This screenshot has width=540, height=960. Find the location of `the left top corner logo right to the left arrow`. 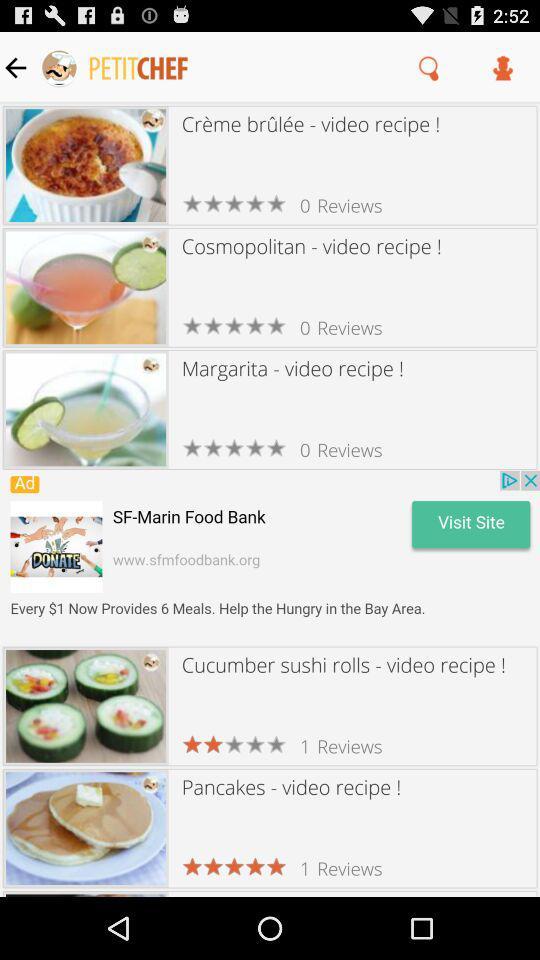

the left top corner logo right to the left arrow is located at coordinates (115, 67).